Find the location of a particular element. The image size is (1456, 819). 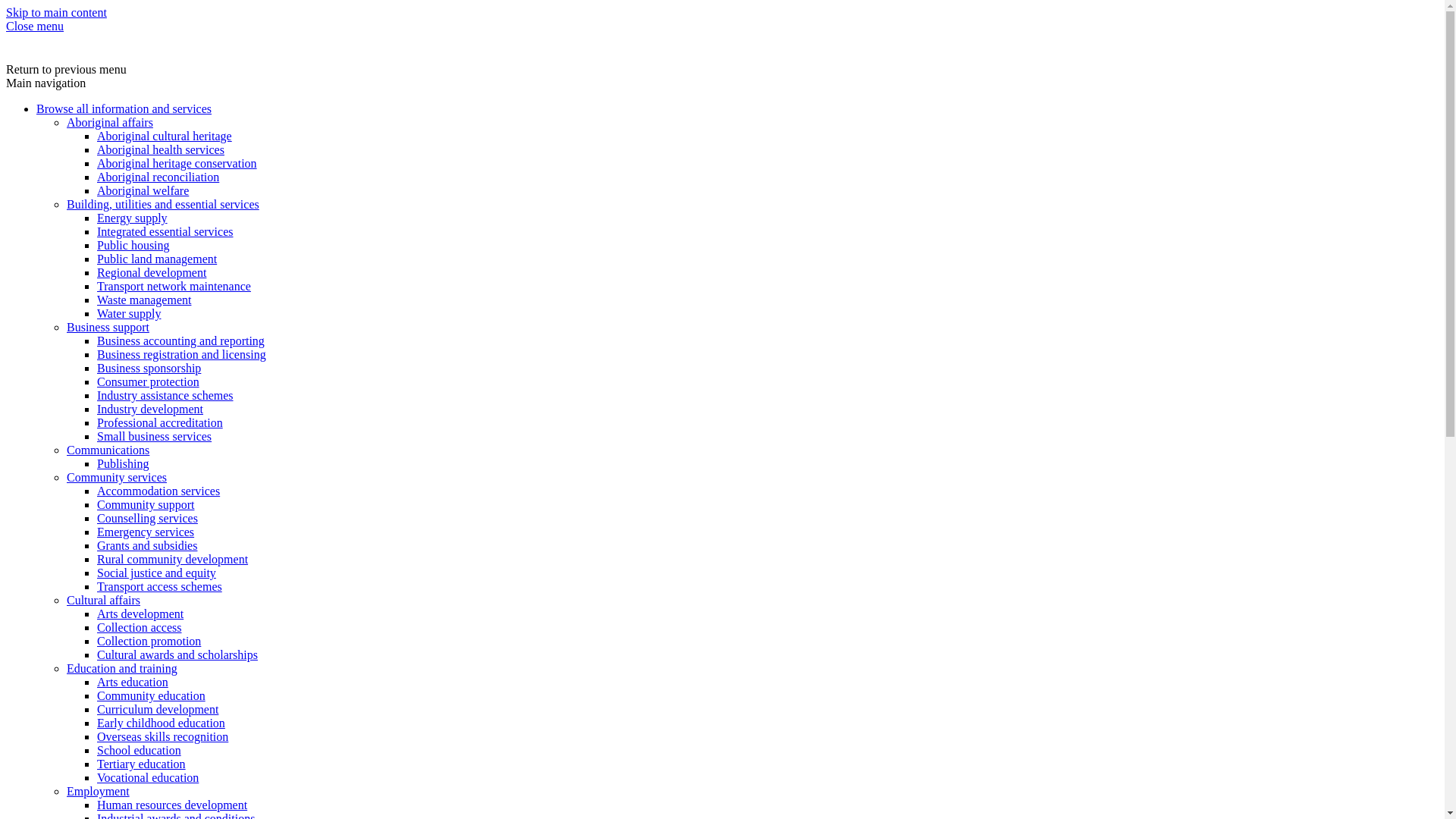

'Small business services' is located at coordinates (154, 436).